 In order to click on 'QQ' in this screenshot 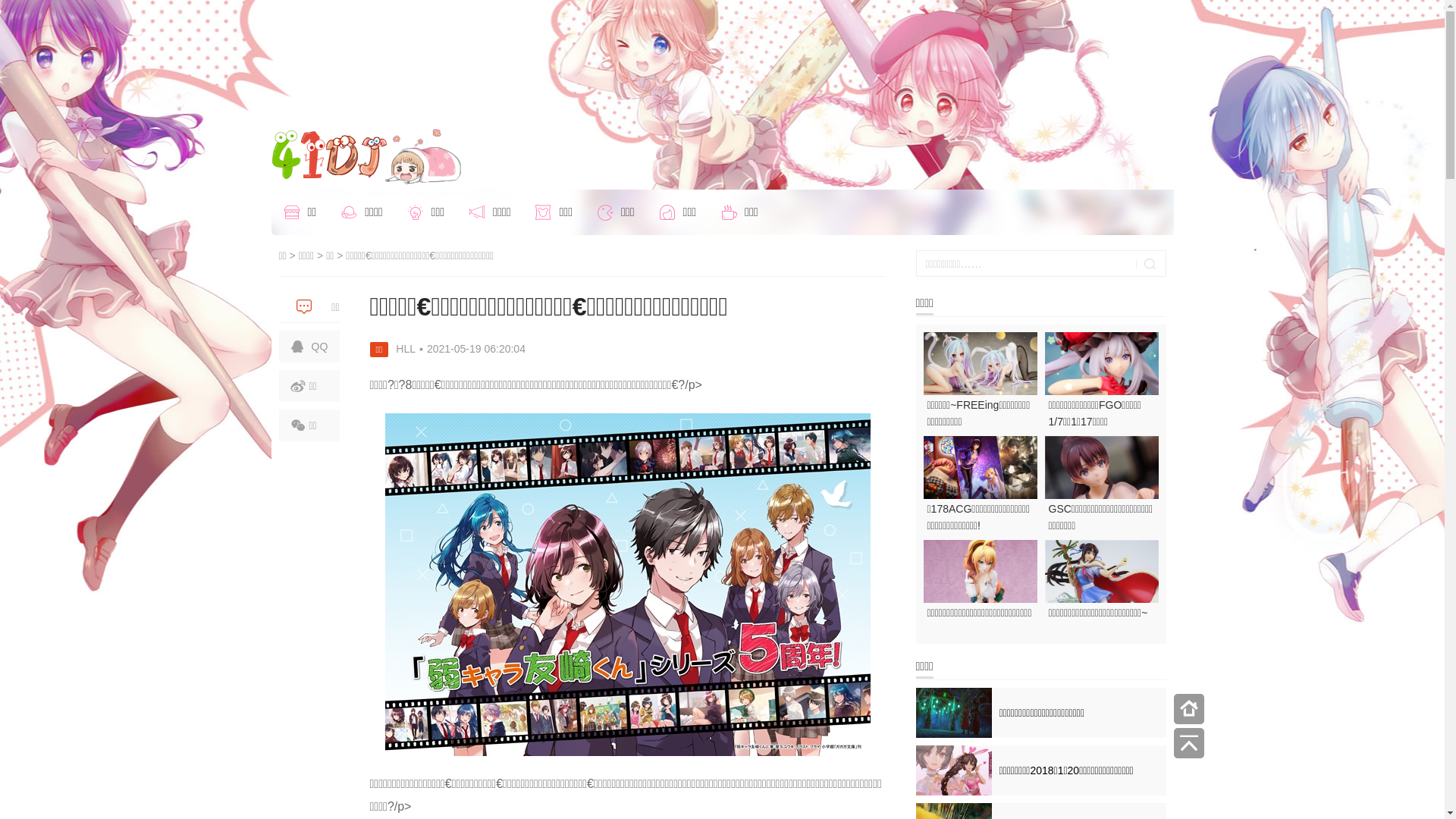, I will do `click(309, 346)`.